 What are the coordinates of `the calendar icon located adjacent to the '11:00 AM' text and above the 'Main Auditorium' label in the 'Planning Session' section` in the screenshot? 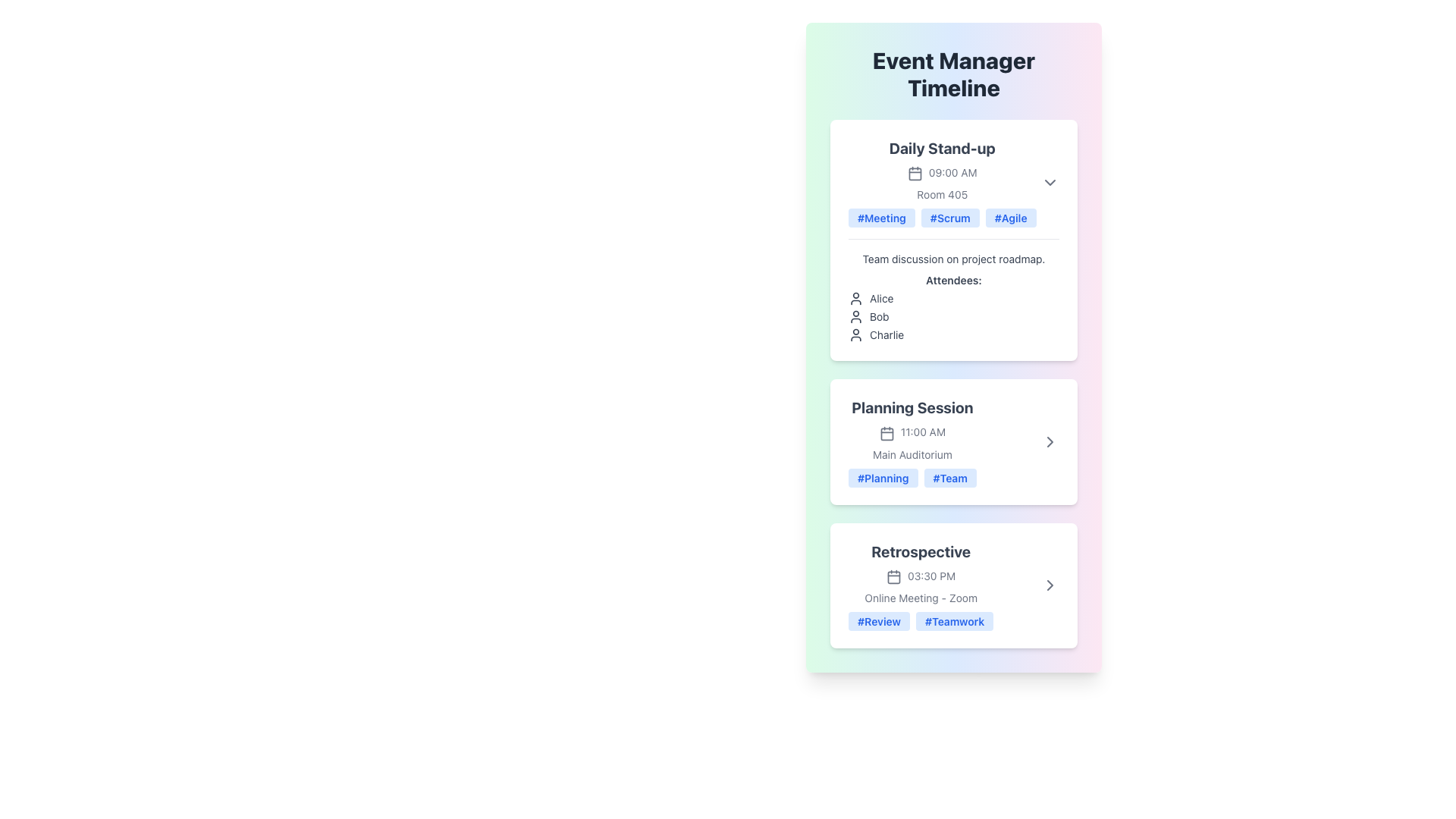 It's located at (886, 433).